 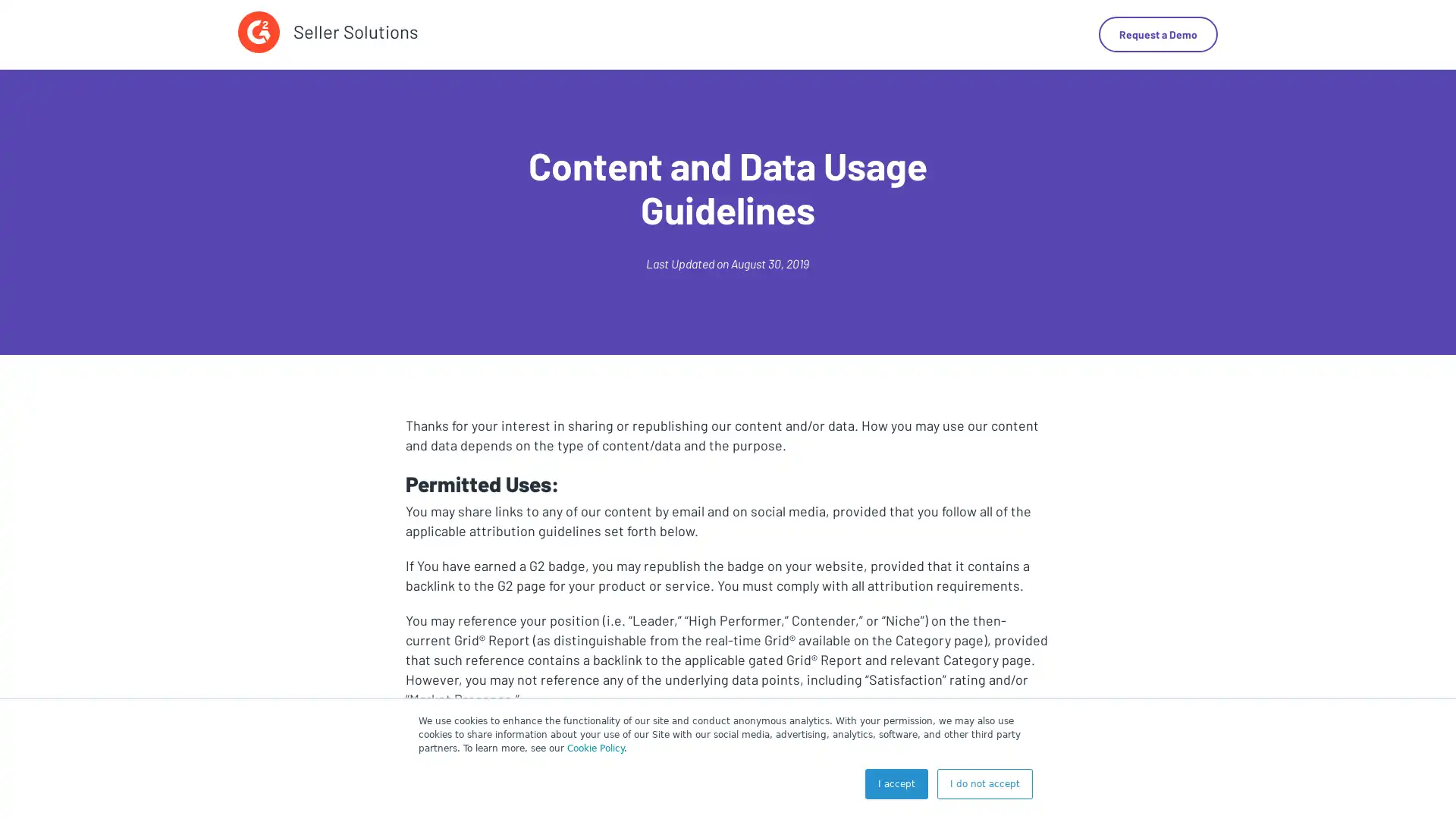 What do you see at coordinates (985, 783) in the screenshot?
I see `I do not accept` at bounding box center [985, 783].